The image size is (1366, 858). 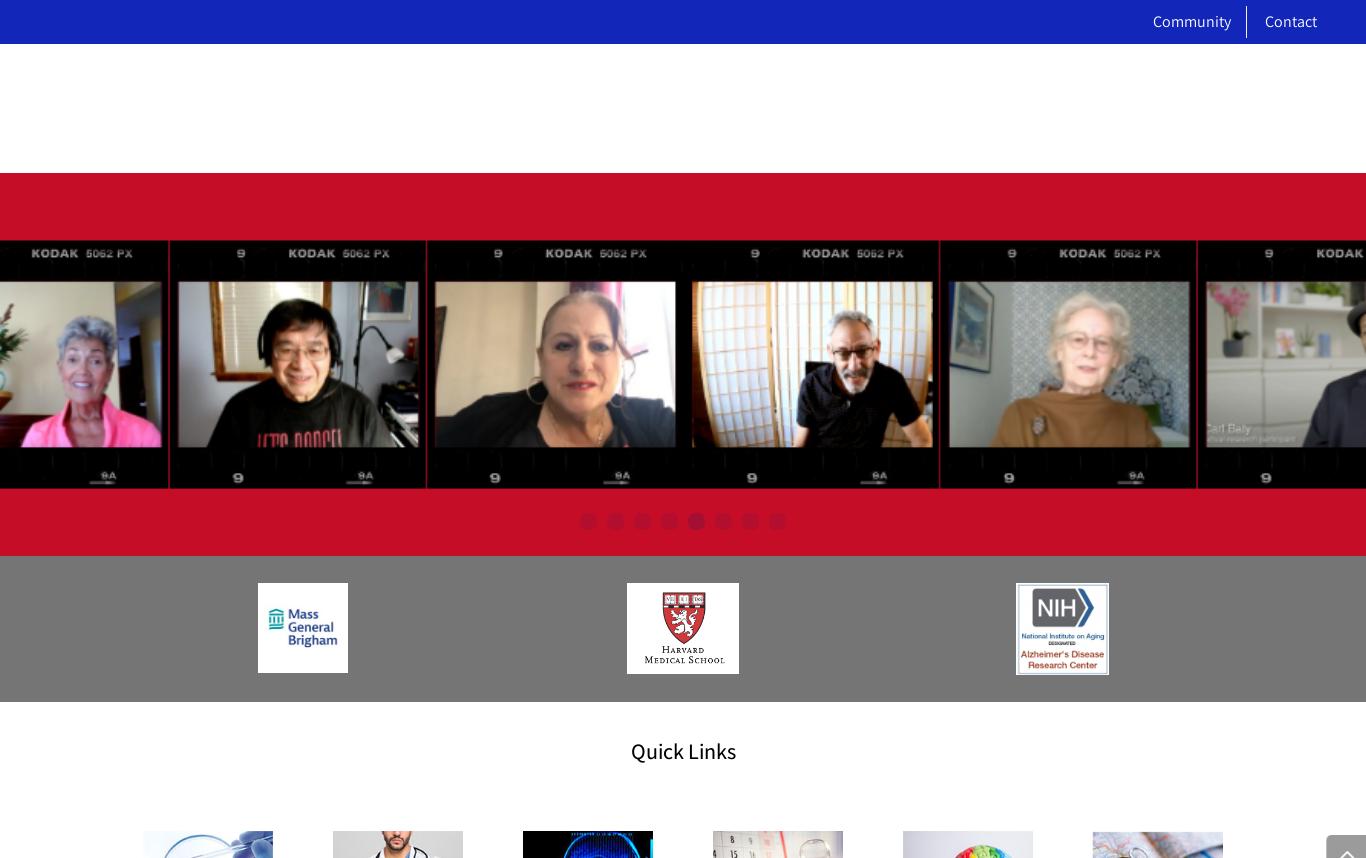 I want to click on 'Donate', so click(x=495, y=658).